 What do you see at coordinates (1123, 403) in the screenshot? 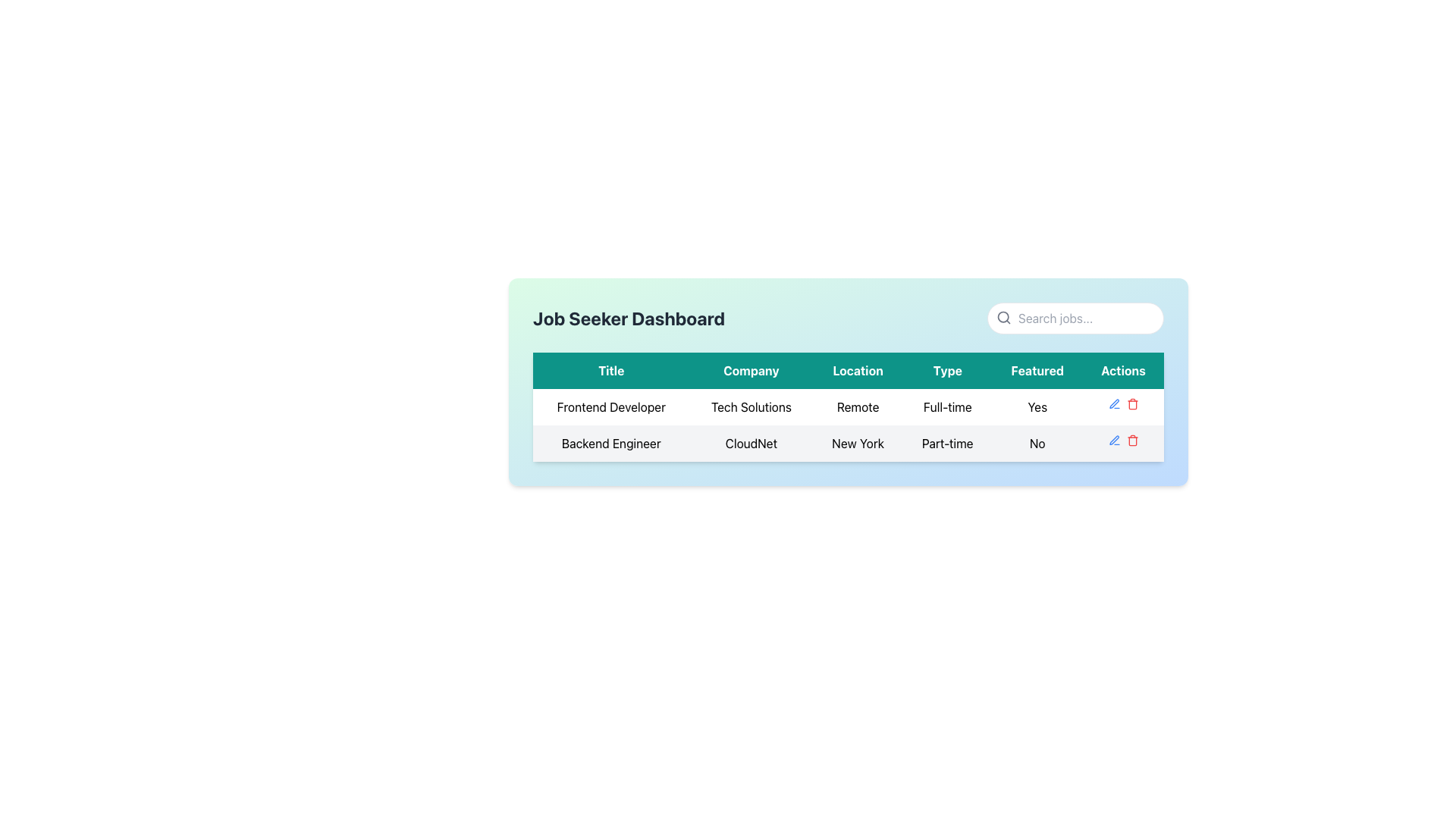
I see `the pen icon in the Actions column of the Frontend Developer job listing for Tech Solutions` at bounding box center [1123, 403].